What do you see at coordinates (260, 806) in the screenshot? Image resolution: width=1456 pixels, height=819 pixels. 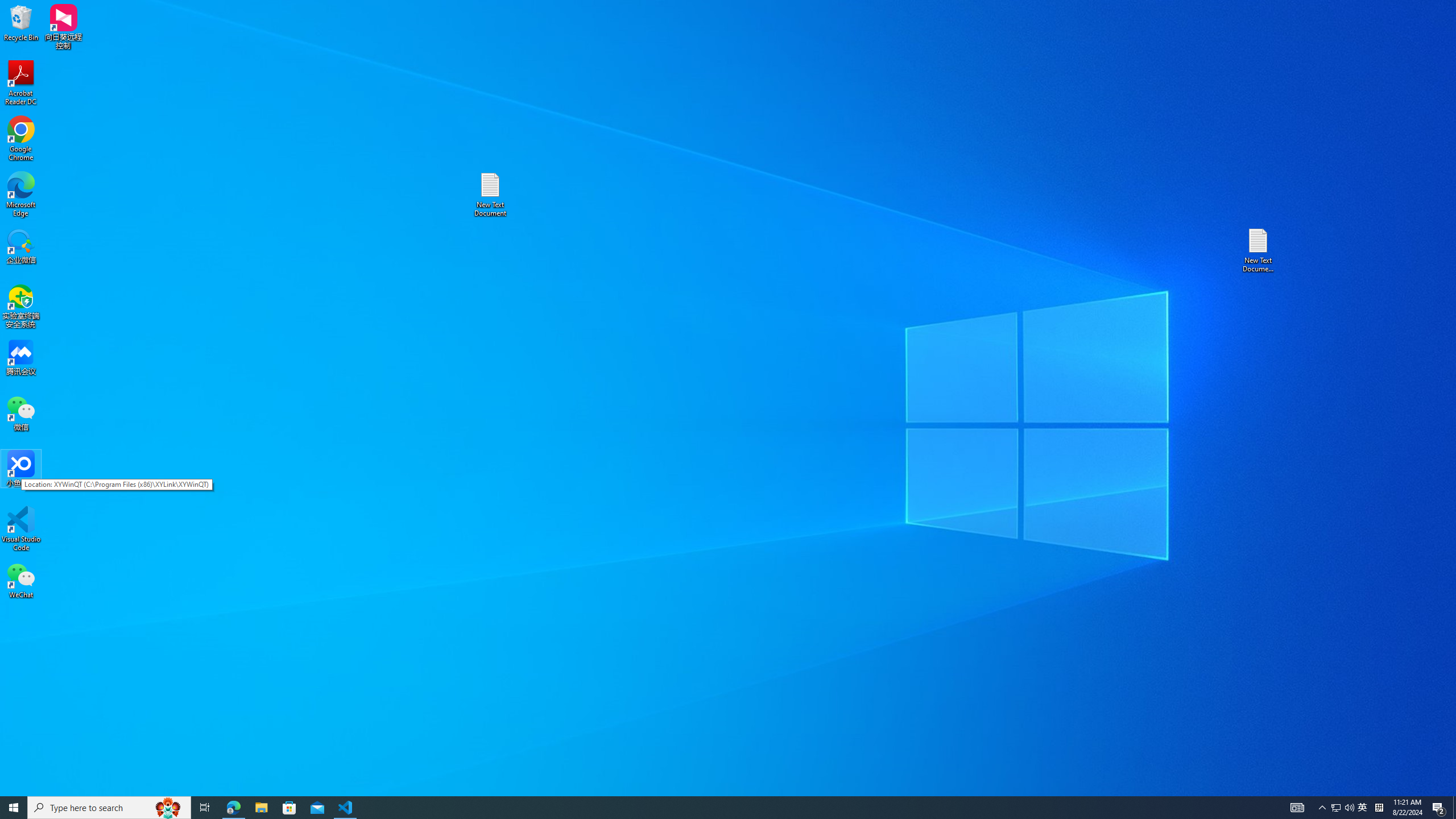 I see `'File Explorer'` at bounding box center [260, 806].